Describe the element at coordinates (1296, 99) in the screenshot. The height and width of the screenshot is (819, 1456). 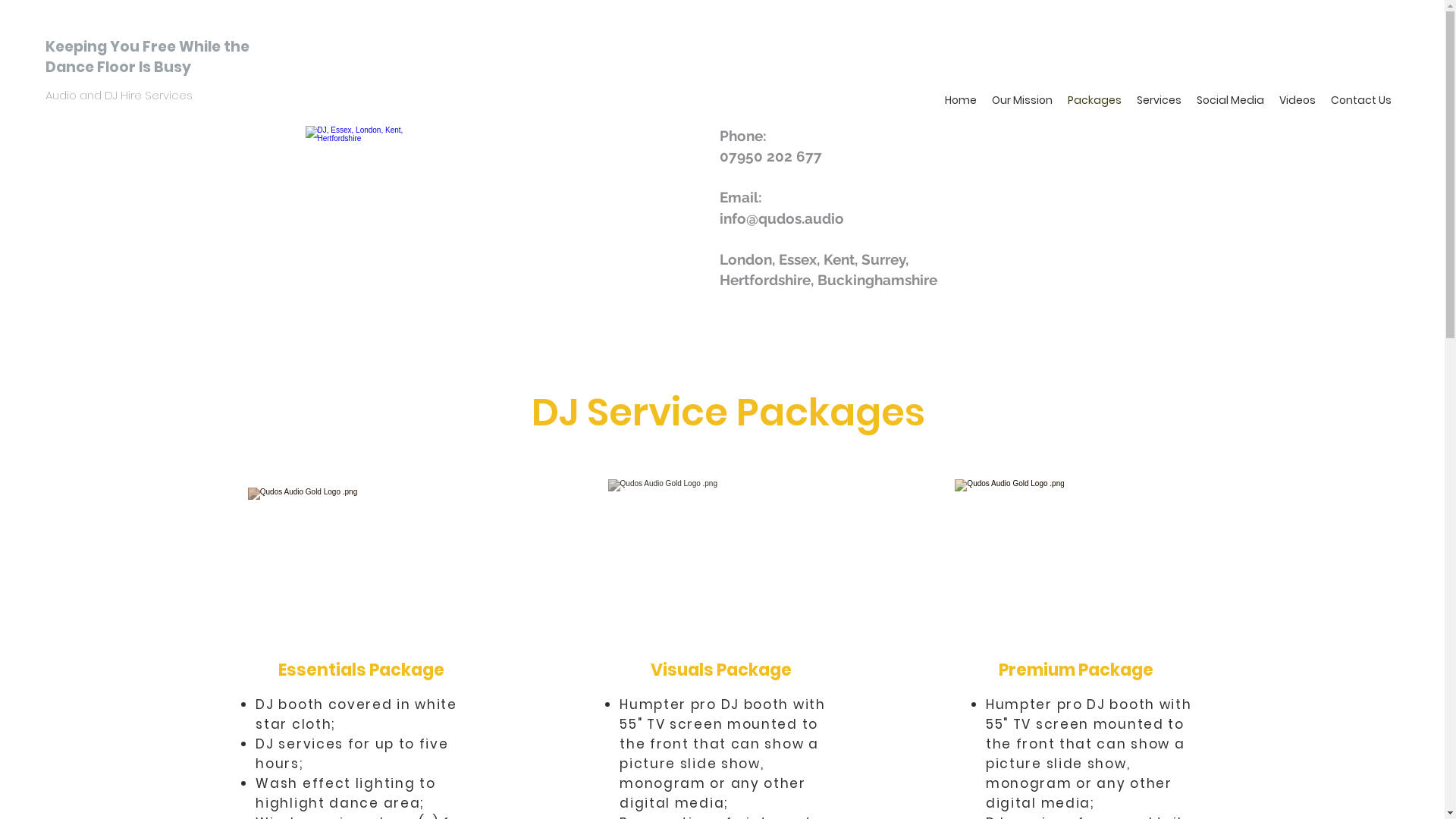
I see `'Videos'` at that location.